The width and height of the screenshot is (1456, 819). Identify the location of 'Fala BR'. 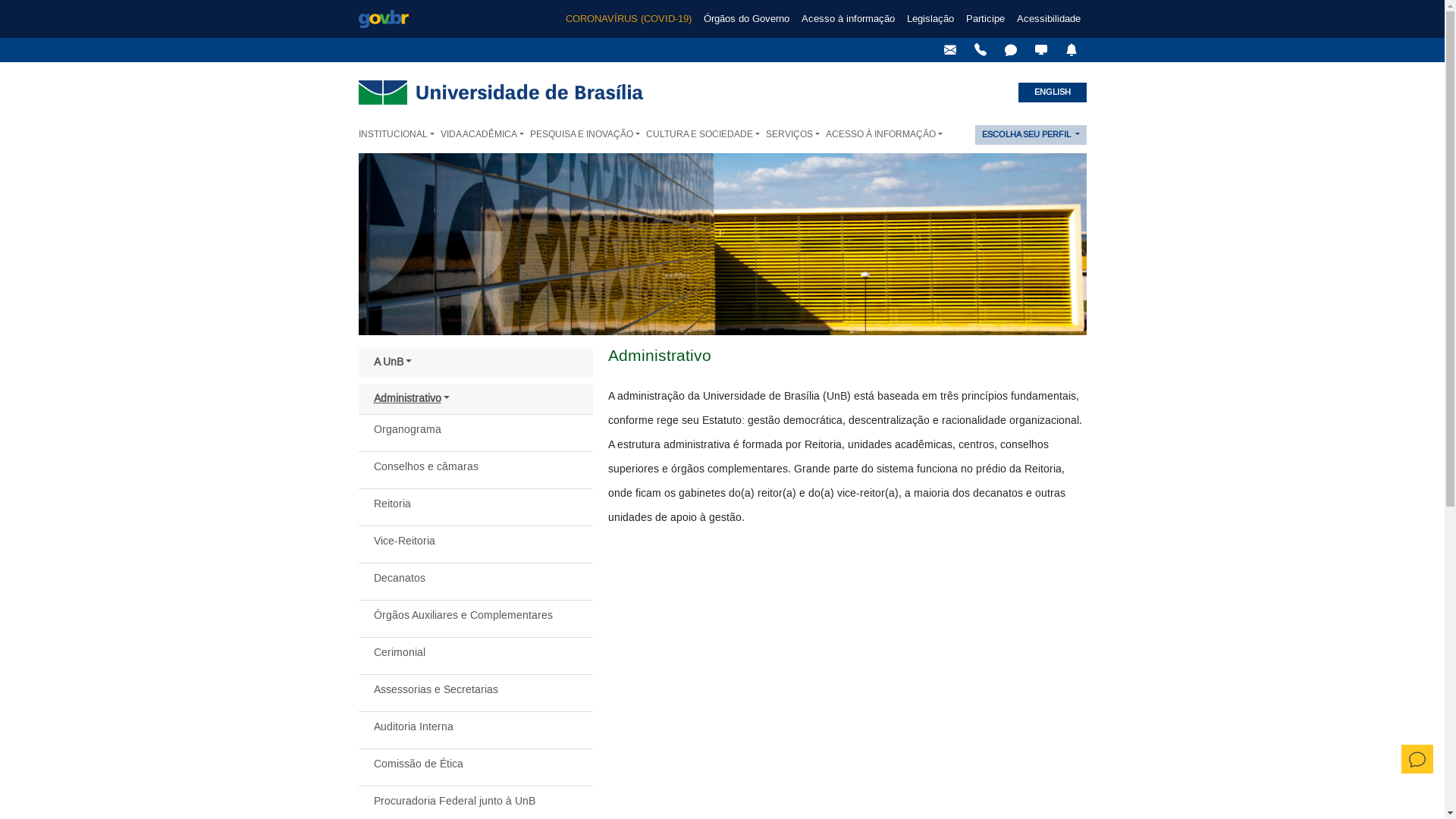
(997, 49).